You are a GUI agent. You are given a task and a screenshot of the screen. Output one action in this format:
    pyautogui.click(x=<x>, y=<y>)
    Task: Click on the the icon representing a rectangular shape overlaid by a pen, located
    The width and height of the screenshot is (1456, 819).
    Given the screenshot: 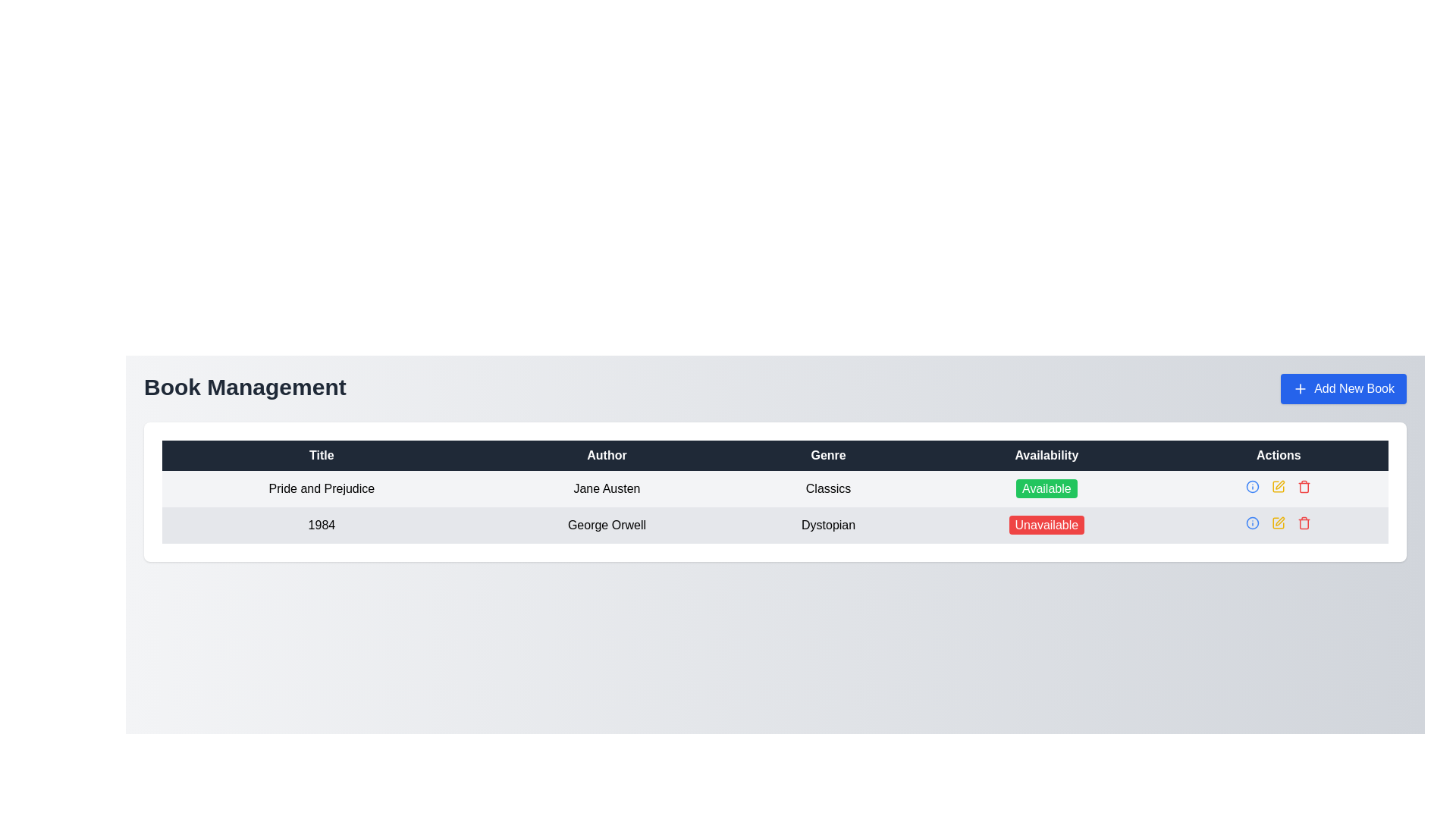 What is the action you would take?
    pyautogui.click(x=1278, y=486)
    